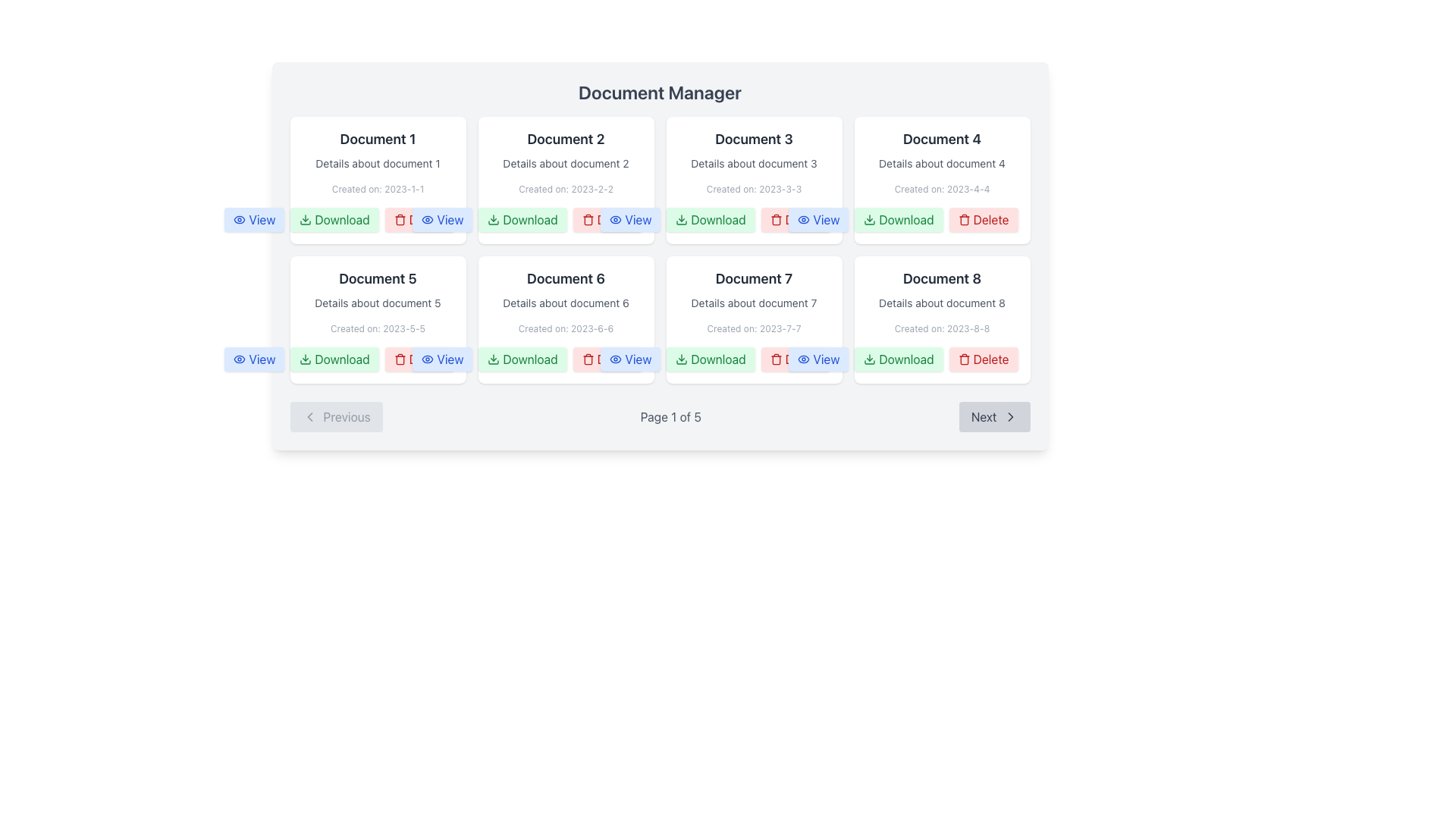 The width and height of the screenshot is (1456, 819). Describe the element at coordinates (565, 301) in the screenshot. I see `the data display card that presents information about 'Document 6', located in the second row and third column of the document card grid` at that location.